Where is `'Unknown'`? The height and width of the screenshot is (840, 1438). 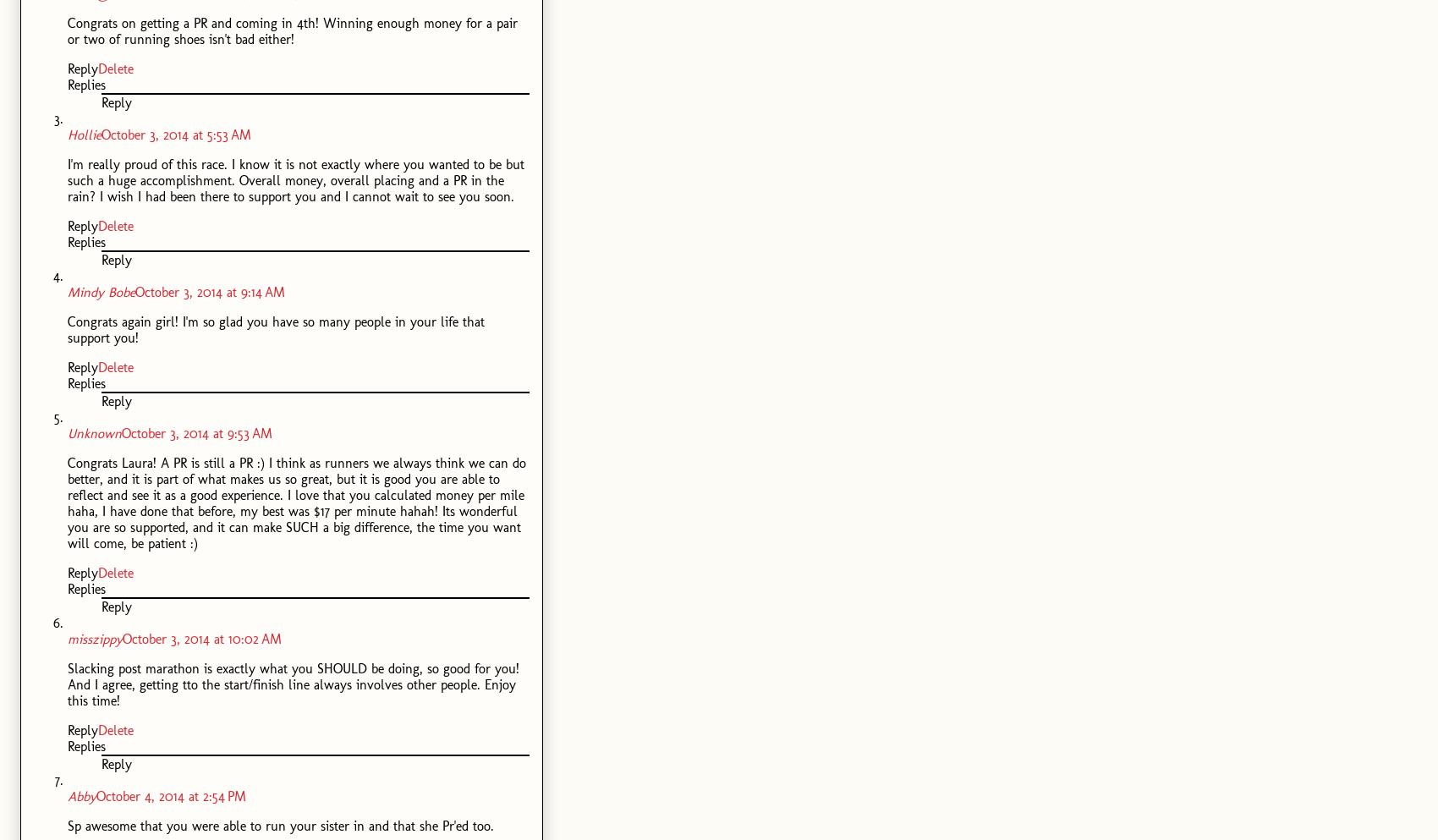 'Unknown' is located at coordinates (68, 433).